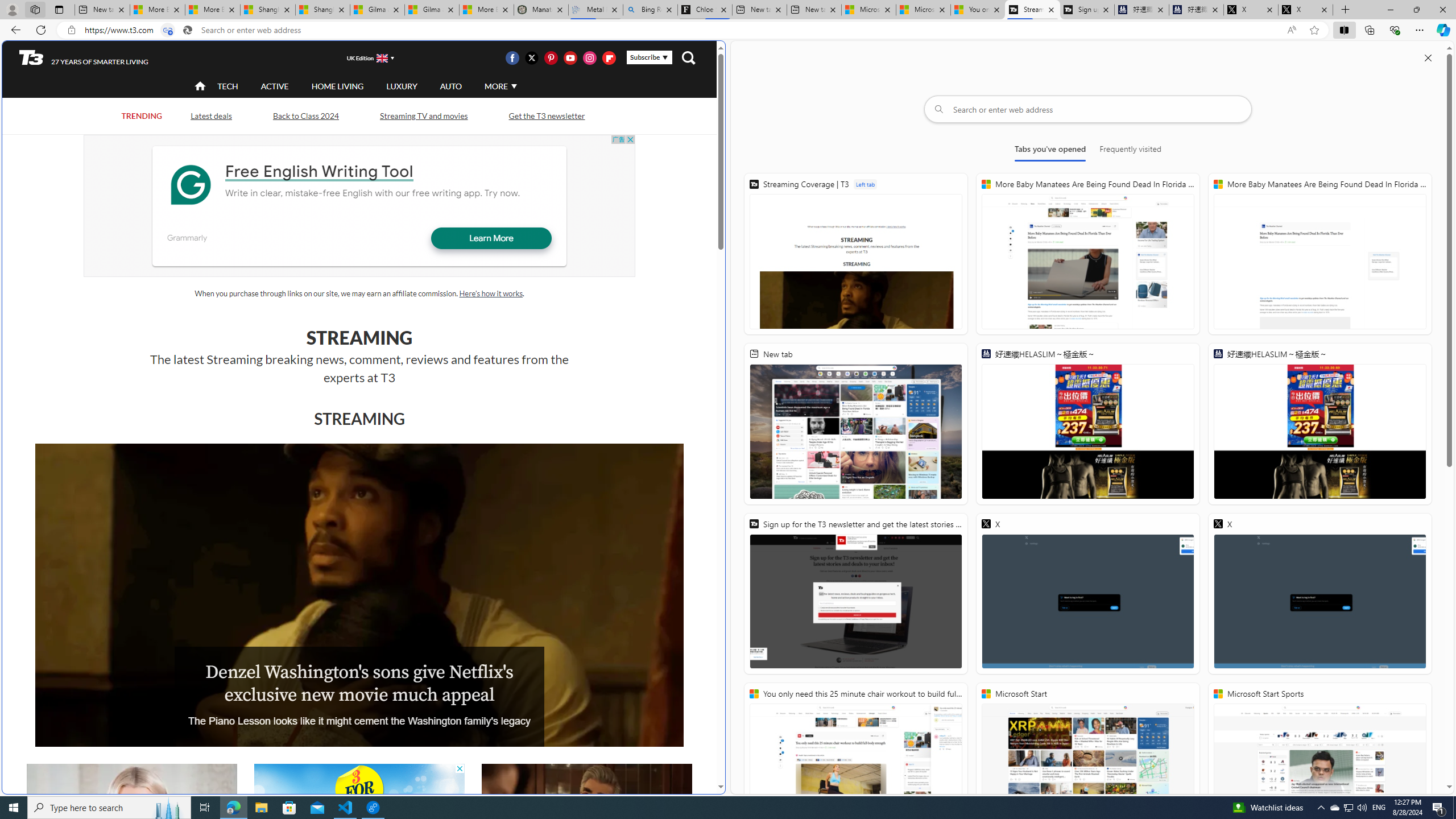  I want to click on 'Get the T3 newsletter', so click(547, 115).